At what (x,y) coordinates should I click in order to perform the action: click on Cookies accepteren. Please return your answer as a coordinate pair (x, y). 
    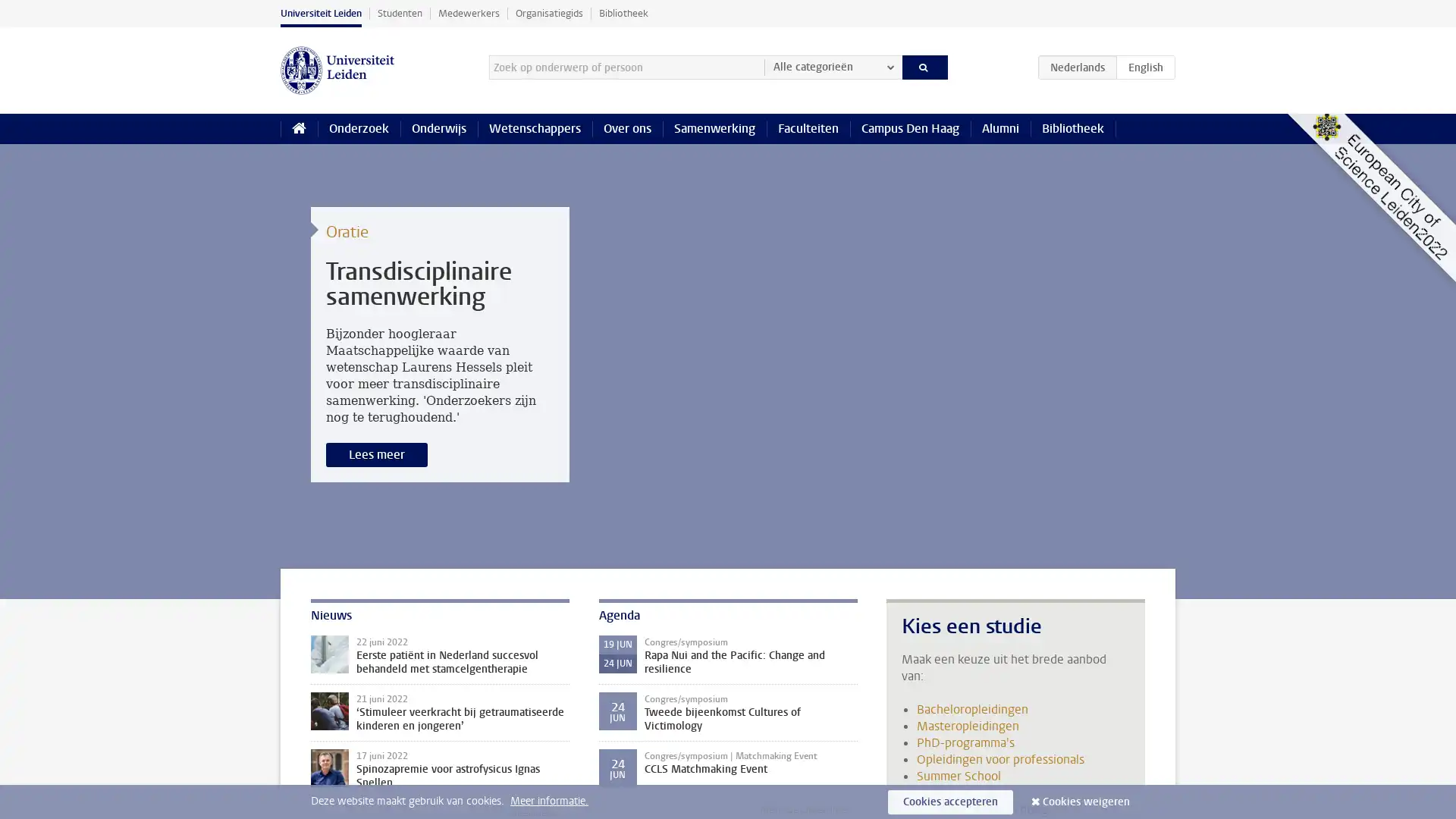
    Looking at the image, I should click on (949, 801).